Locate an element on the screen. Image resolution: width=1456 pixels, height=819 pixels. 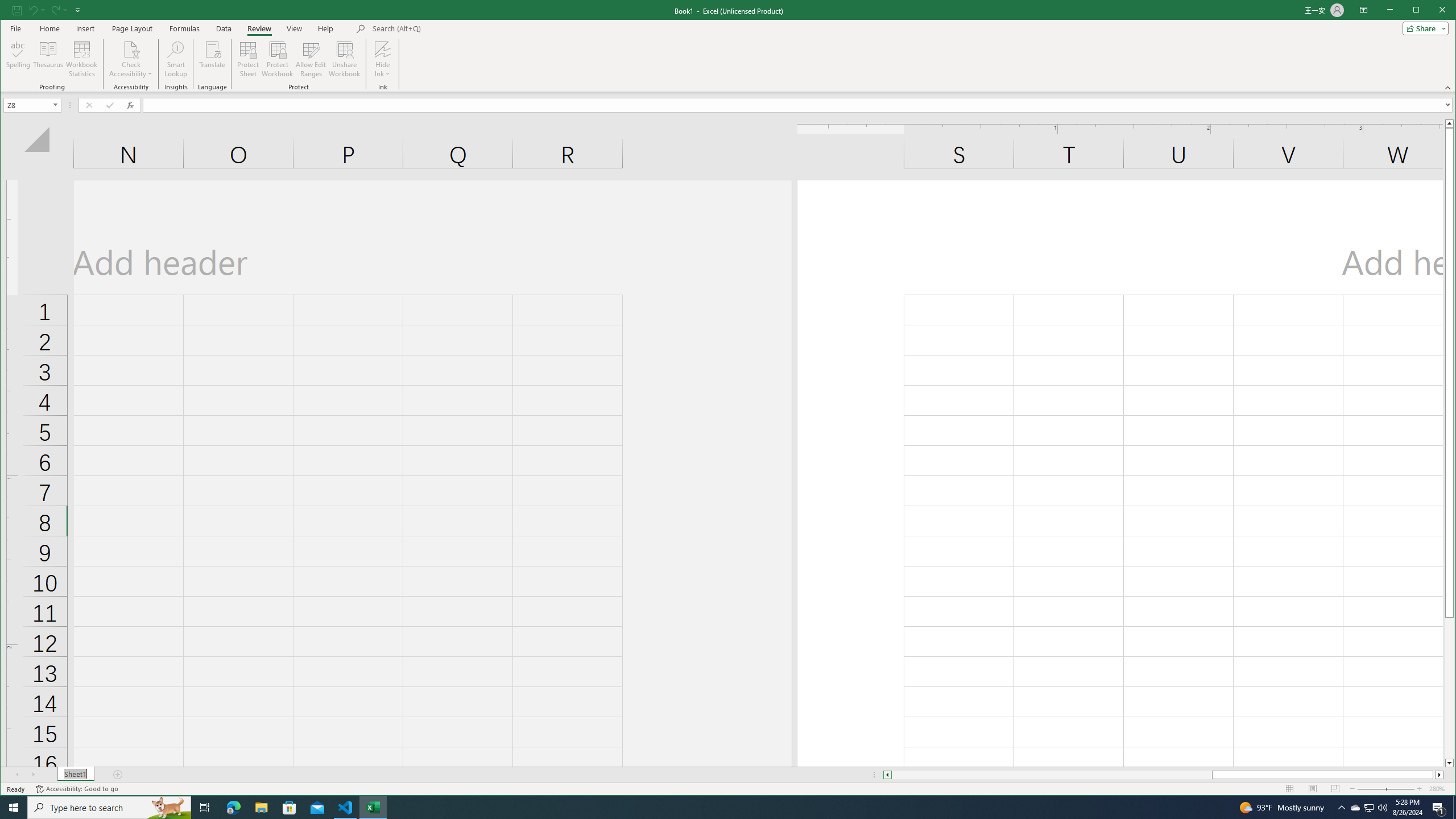
'Type here to search' is located at coordinates (109, 806).